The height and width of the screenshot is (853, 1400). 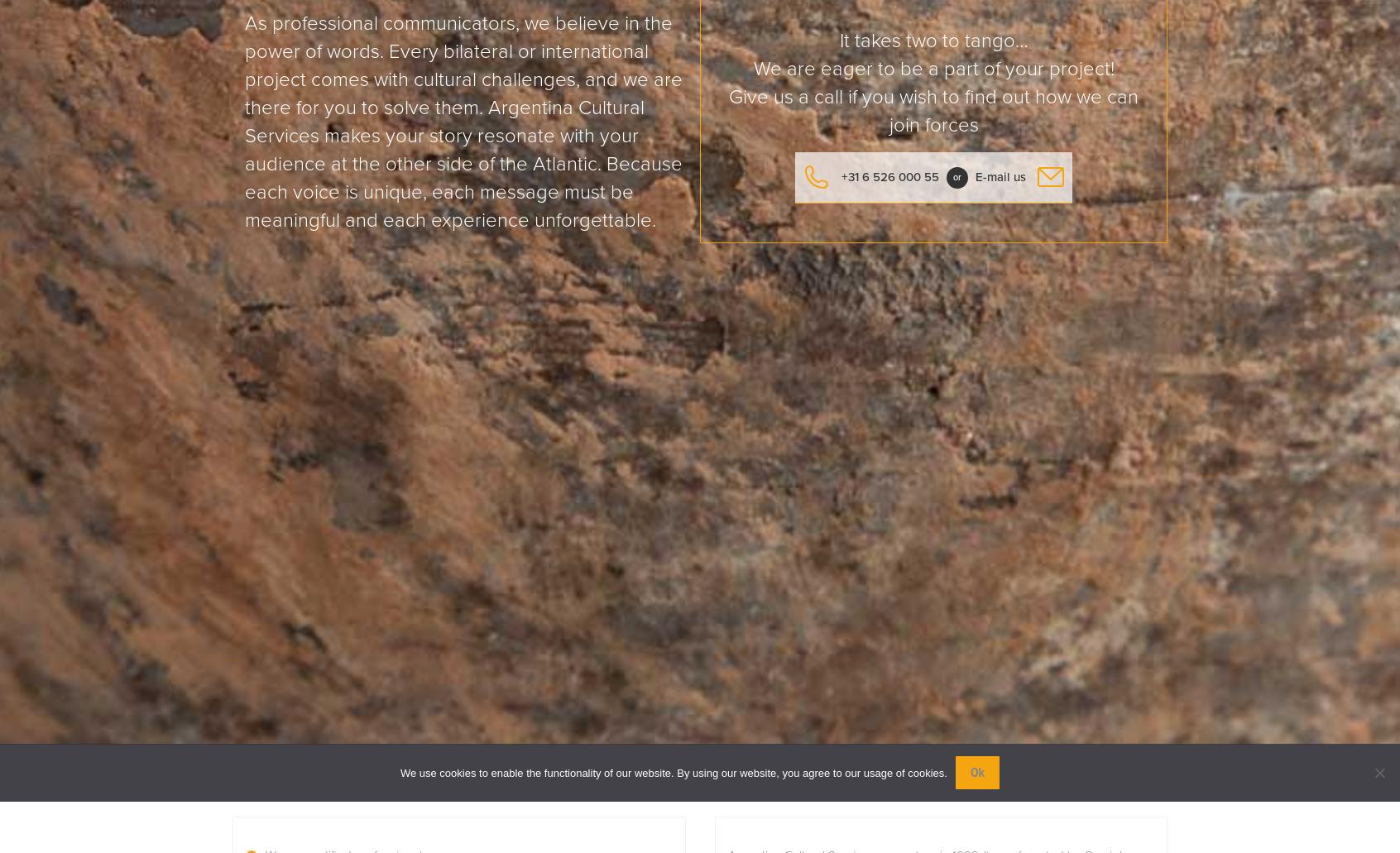 I want to click on 'realisatie:', so click(x=995, y=776).